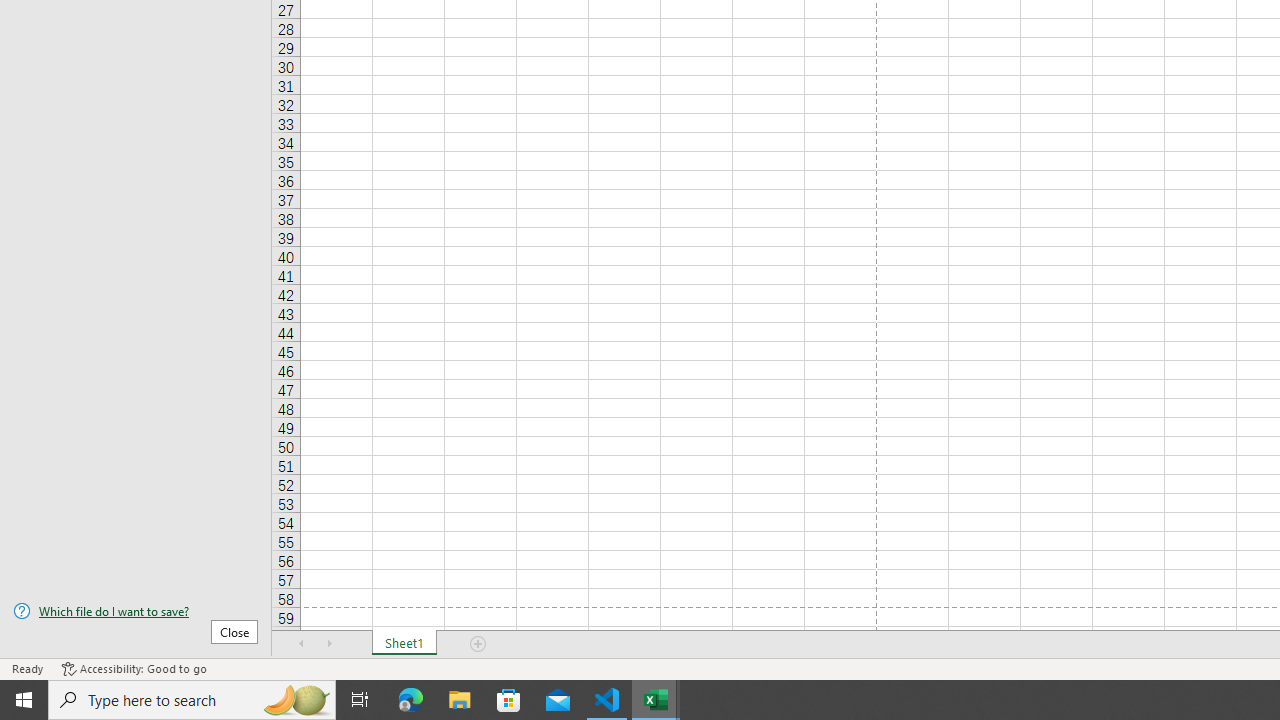 The image size is (1280, 720). I want to click on 'File Explorer', so click(459, 698).